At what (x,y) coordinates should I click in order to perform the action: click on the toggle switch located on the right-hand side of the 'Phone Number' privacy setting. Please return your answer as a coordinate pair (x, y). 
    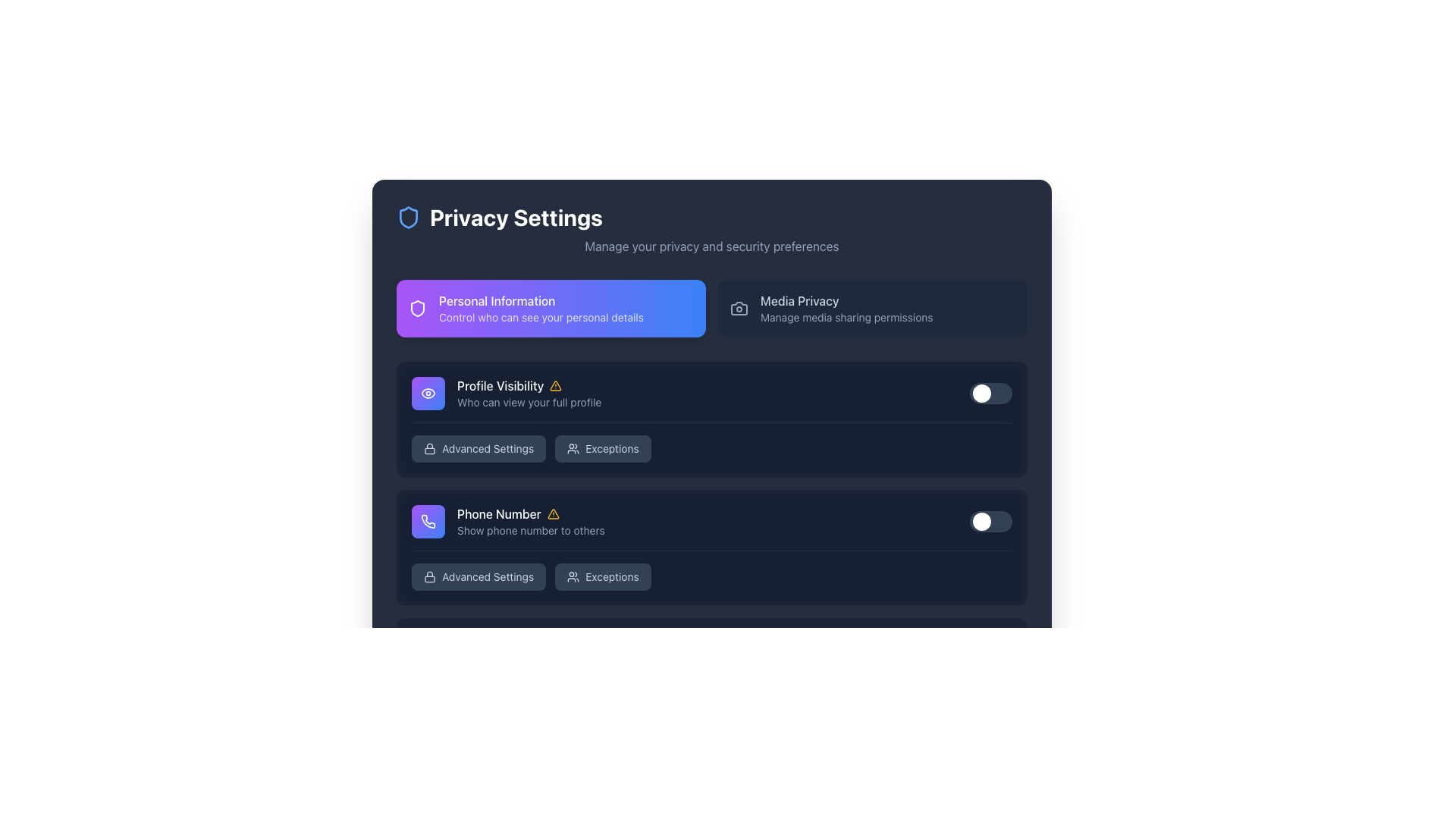
    Looking at the image, I should click on (990, 520).